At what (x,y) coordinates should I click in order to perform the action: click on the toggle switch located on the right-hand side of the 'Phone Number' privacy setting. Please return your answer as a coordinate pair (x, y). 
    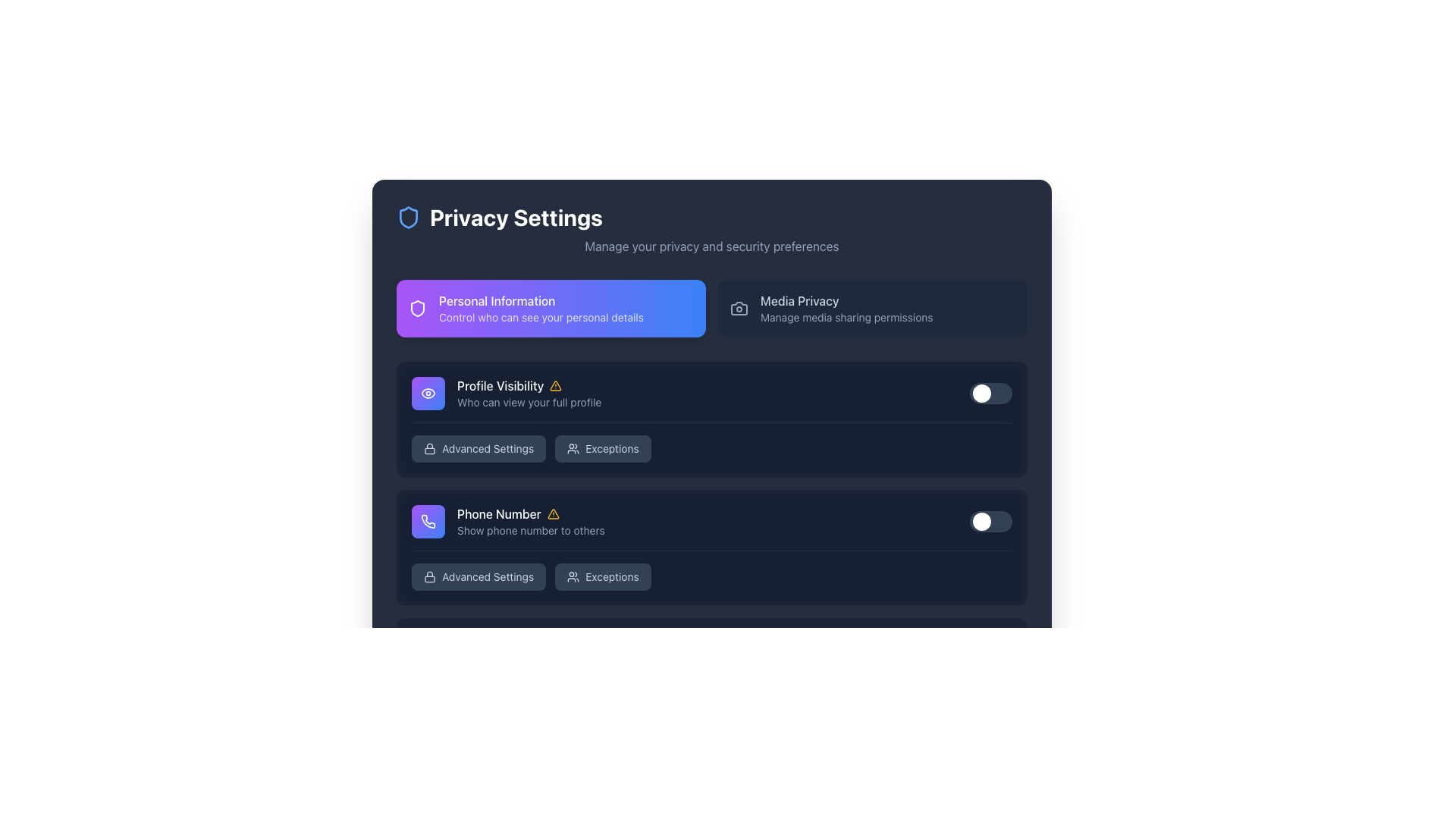
    Looking at the image, I should click on (990, 520).